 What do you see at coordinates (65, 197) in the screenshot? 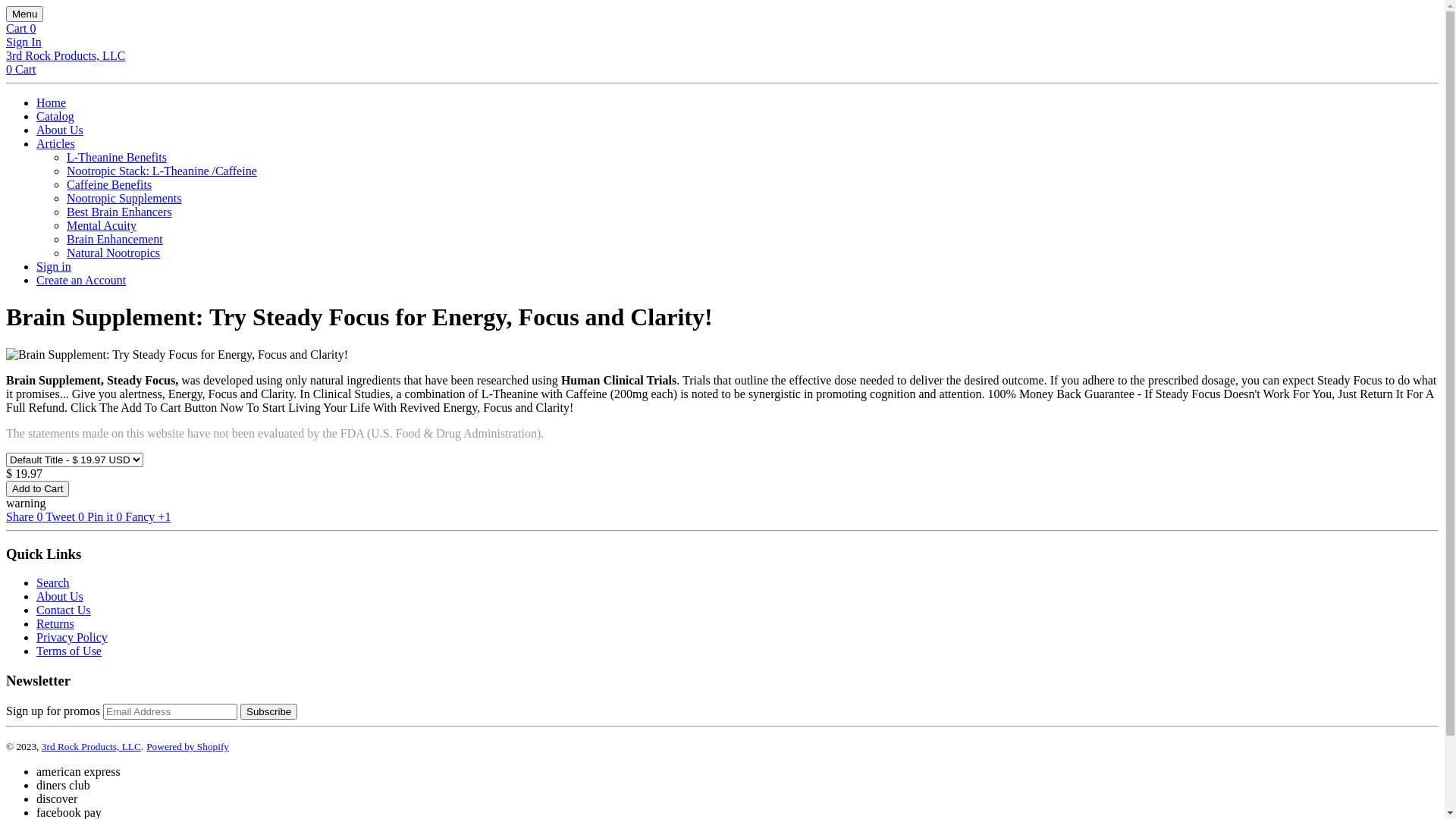
I see `'Nootropic Supplements'` at bounding box center [65, 197].